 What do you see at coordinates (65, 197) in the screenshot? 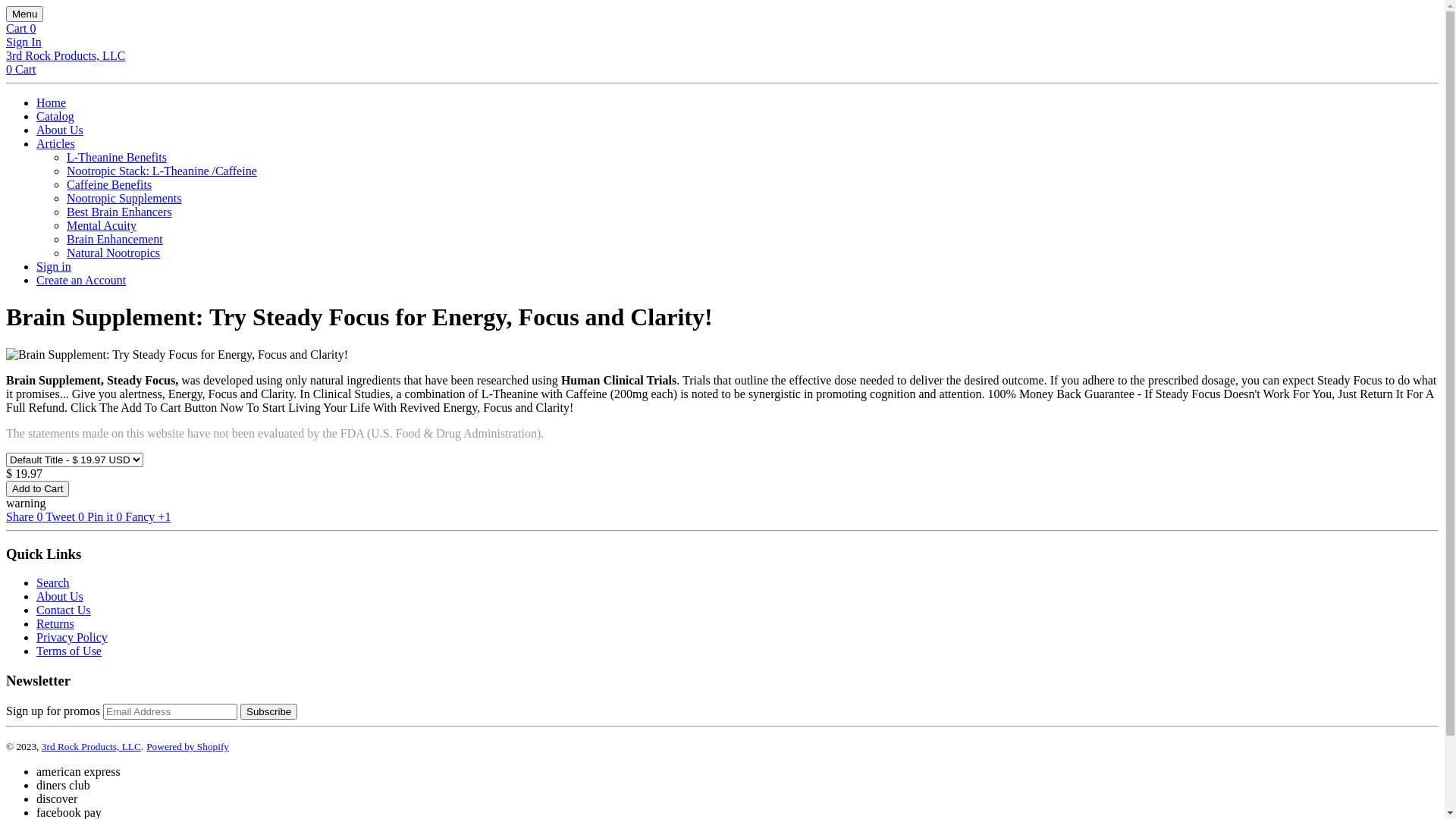
I see `'Nootropic Supplements'` at bounding box center [65, 197].